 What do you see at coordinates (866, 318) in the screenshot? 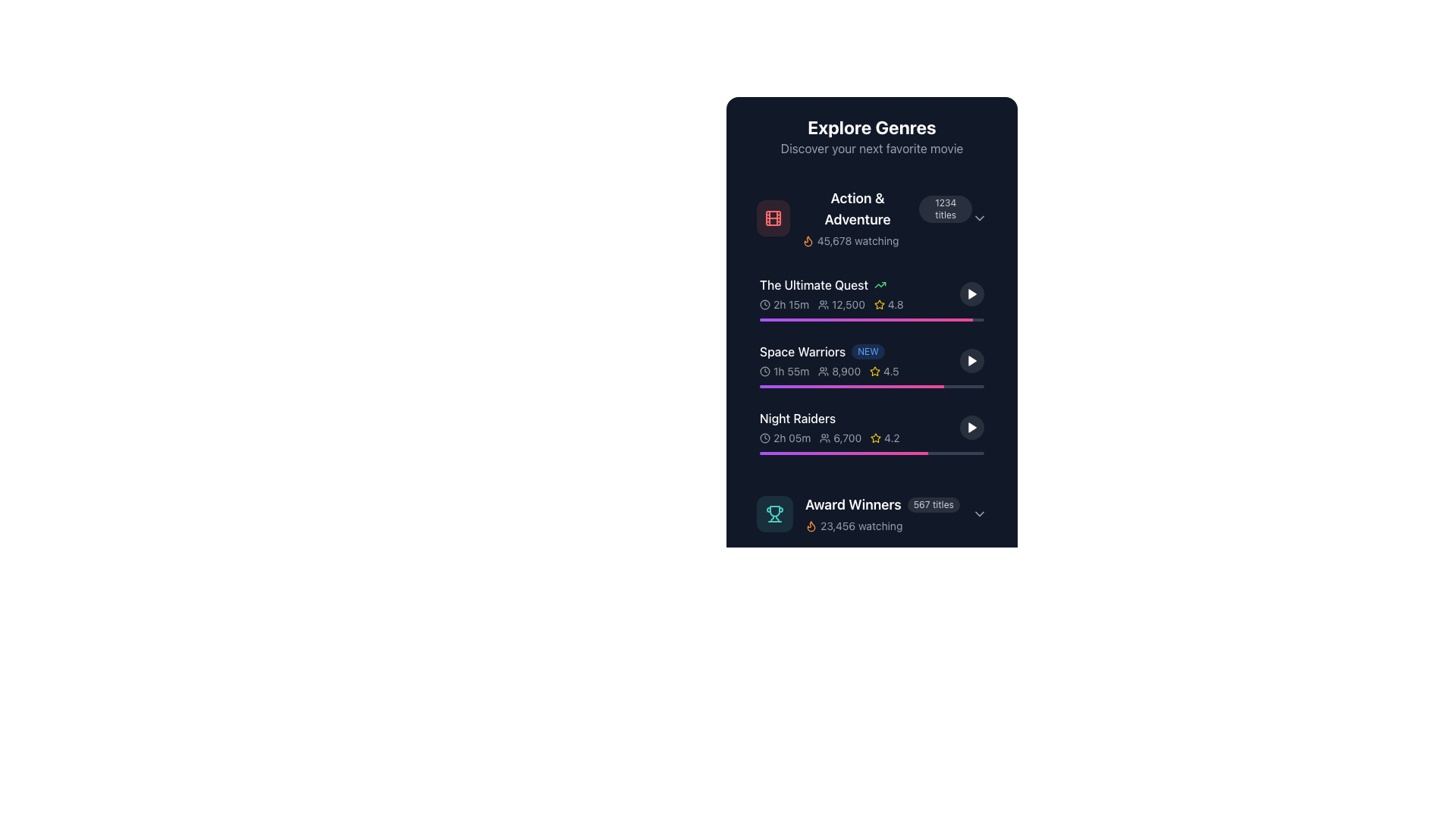
I see `the progress bar located under the section titled 'The Ultimate Quest', which visually indicates progress or percentage completion` at bounding box center [866, 318].